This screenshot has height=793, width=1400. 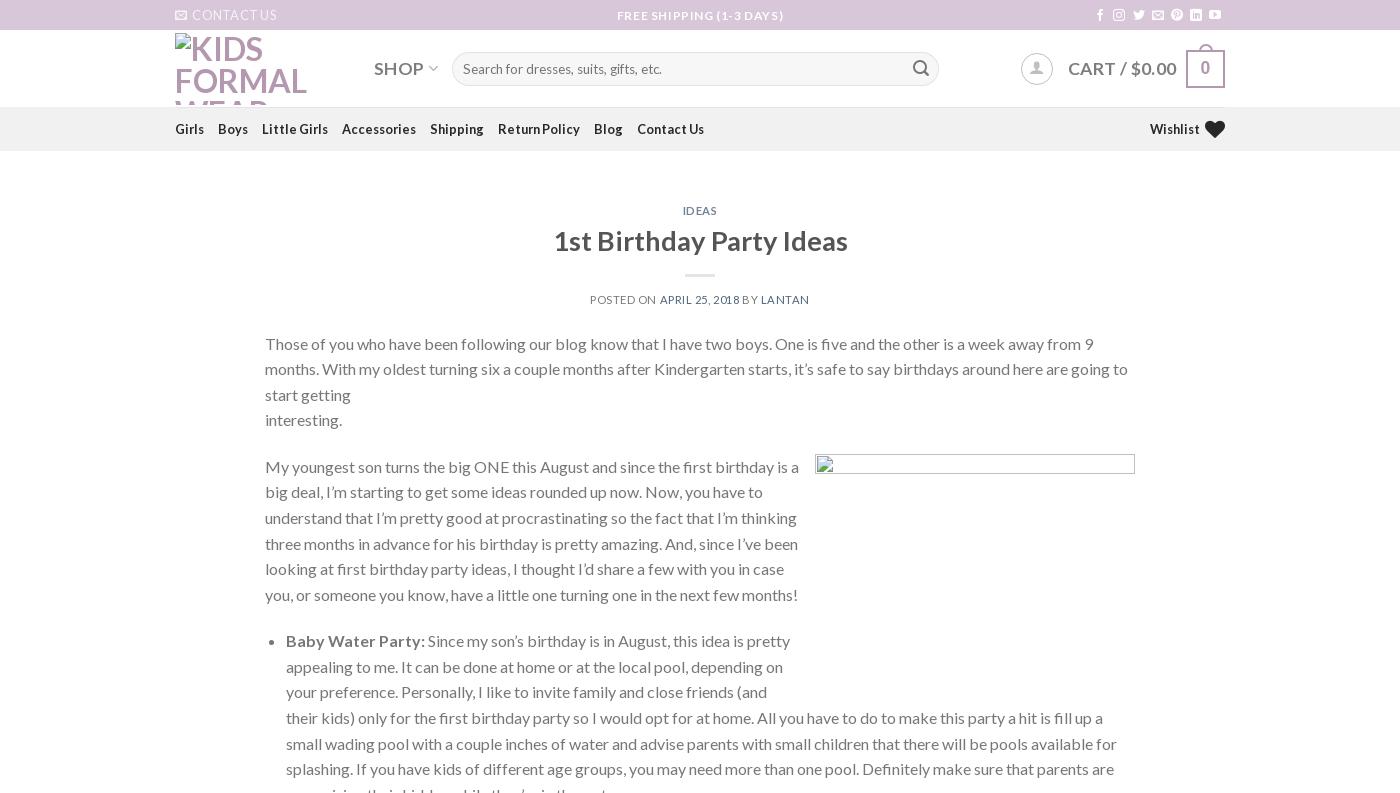 I want to click on 'lantan', so click(x=784, y=298).